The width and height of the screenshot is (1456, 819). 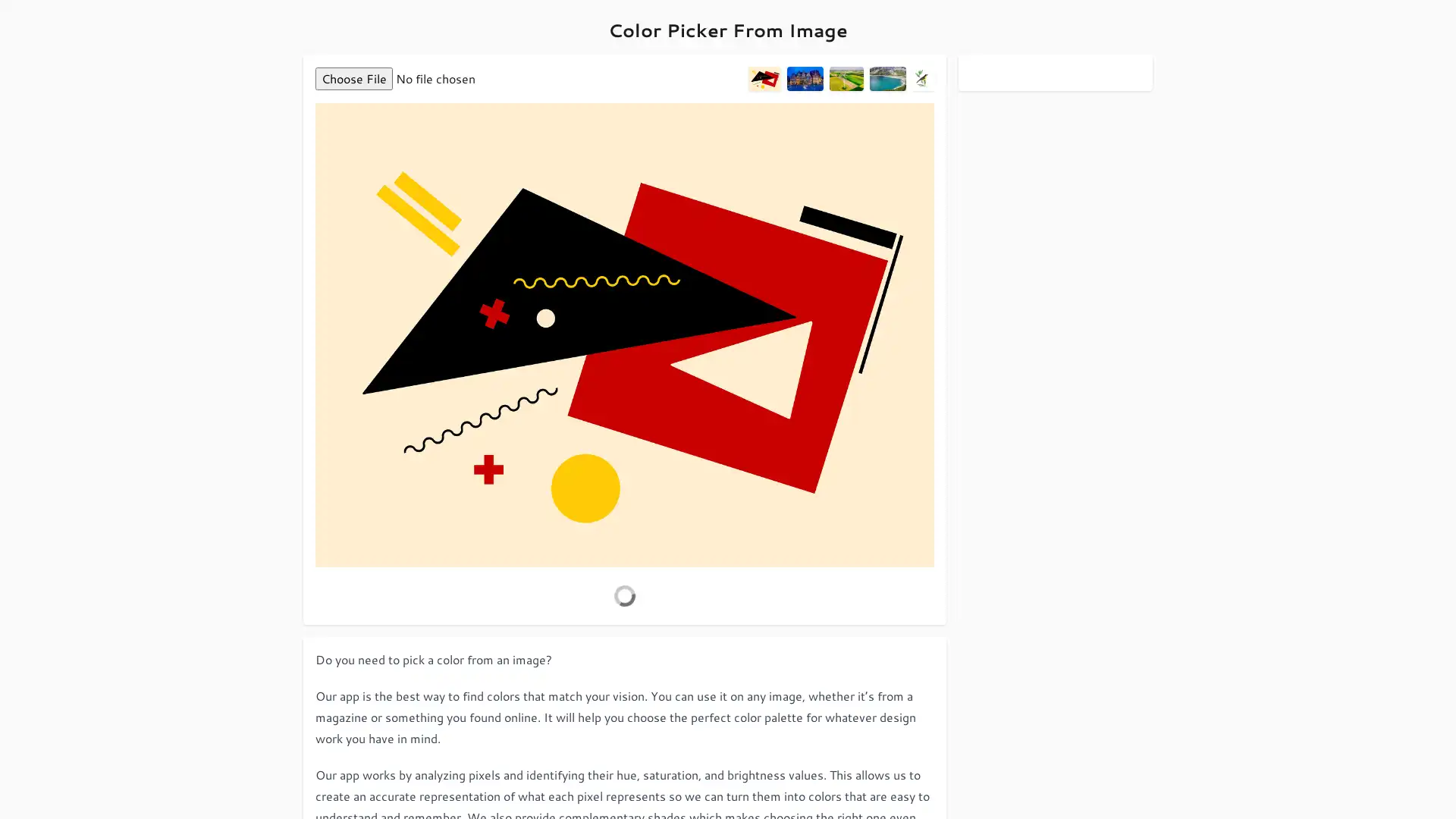 What do you see at coordinates (845, 79) in the screenshot?
I see `example image` at bounding box center [845, 79].